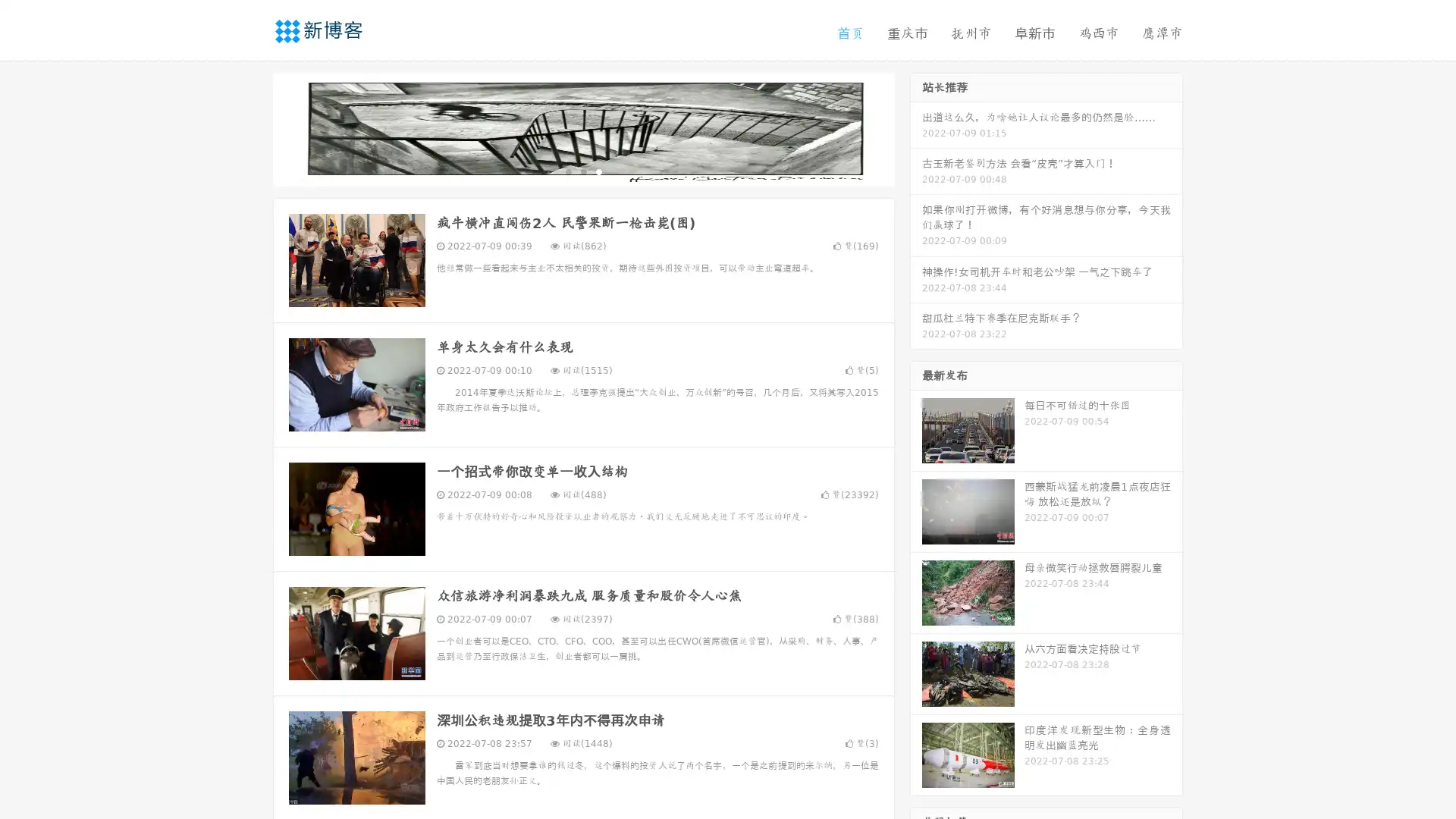 The image size is (1456, 819). I want to click on Go to slide 2, so click(582, 171).